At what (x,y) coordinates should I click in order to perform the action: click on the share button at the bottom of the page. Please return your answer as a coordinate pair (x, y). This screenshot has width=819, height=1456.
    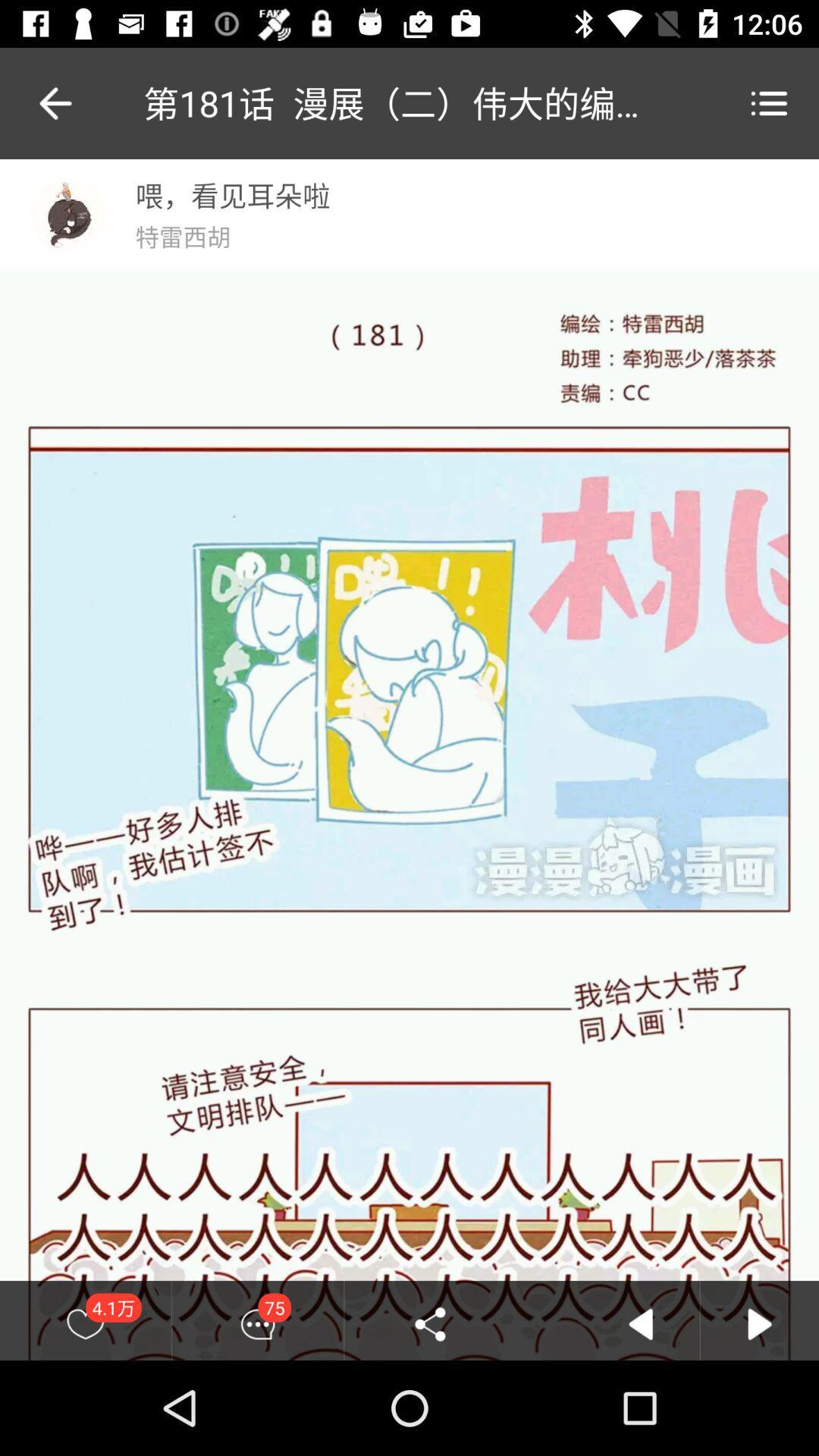
    Looking at the image, I should click on (430, 1323).